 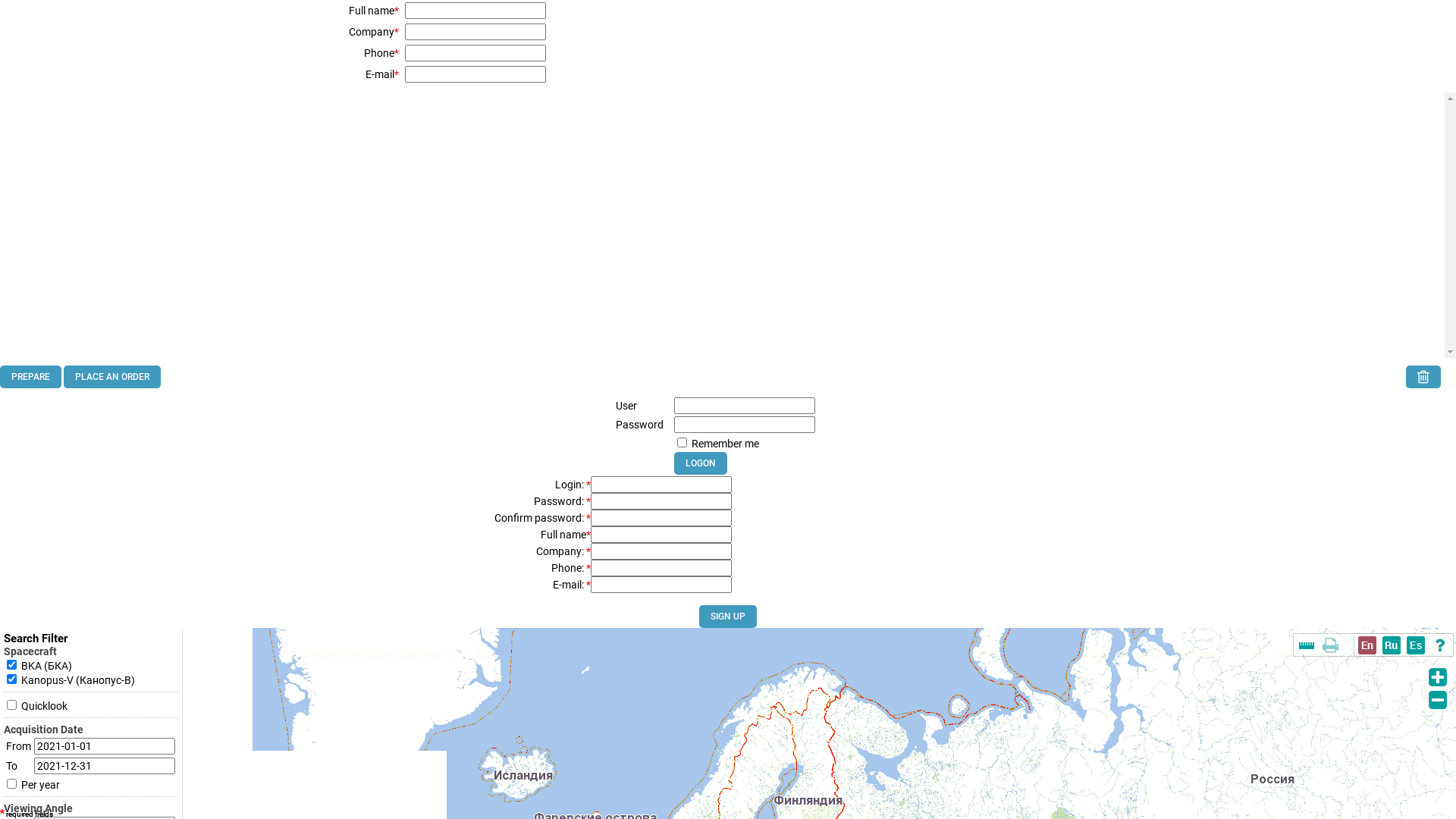 What do you see at coordinates (698, 617) in the screenshot?
I see `'Sign up'` at bounding box center [698, 617].